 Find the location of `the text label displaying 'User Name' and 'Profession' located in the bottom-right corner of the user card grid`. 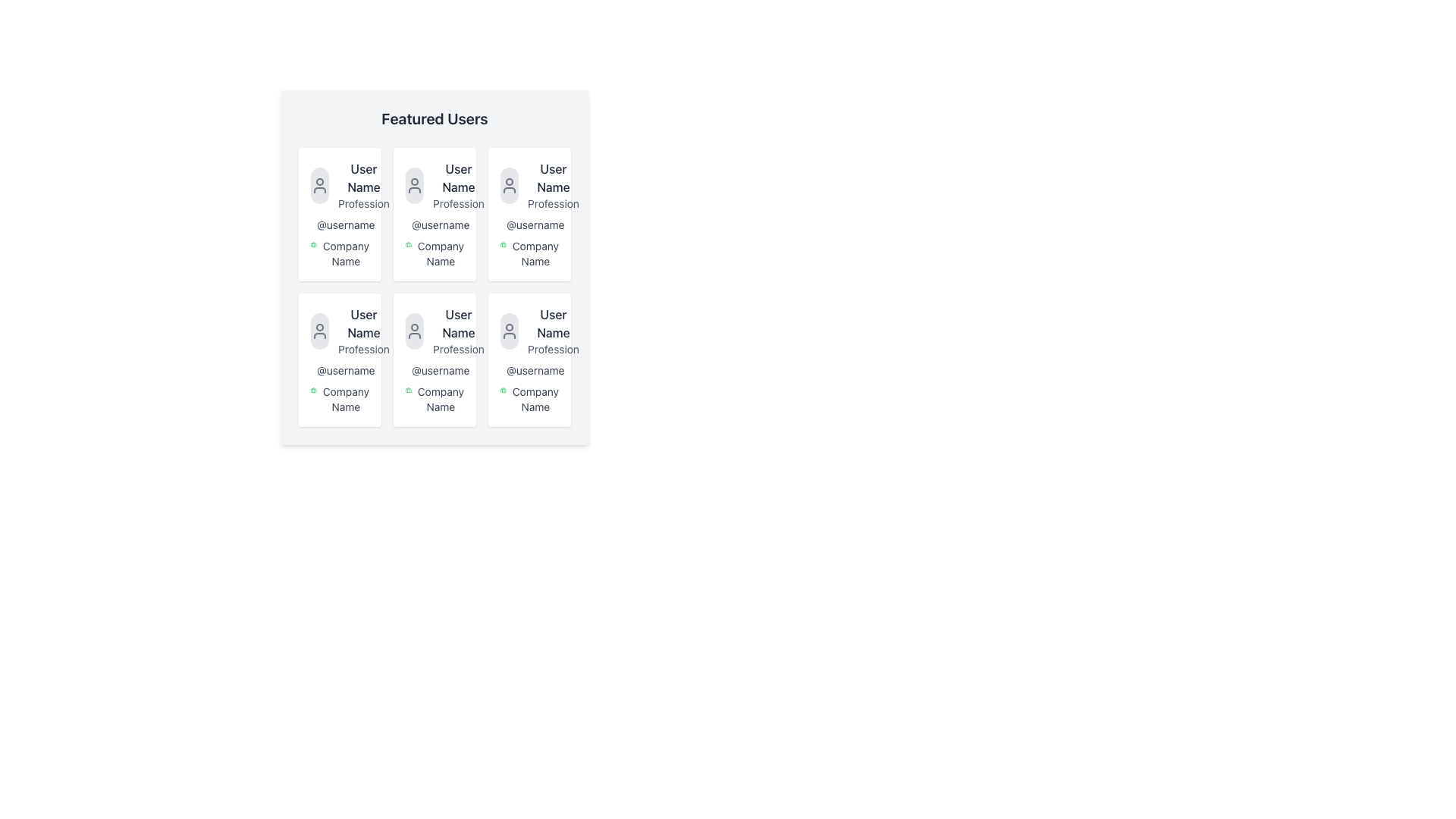

the text label displaying 'User Name' and 'Profession' located in the bottom-right corner of the user card grid is located at coordinates (552, 330).